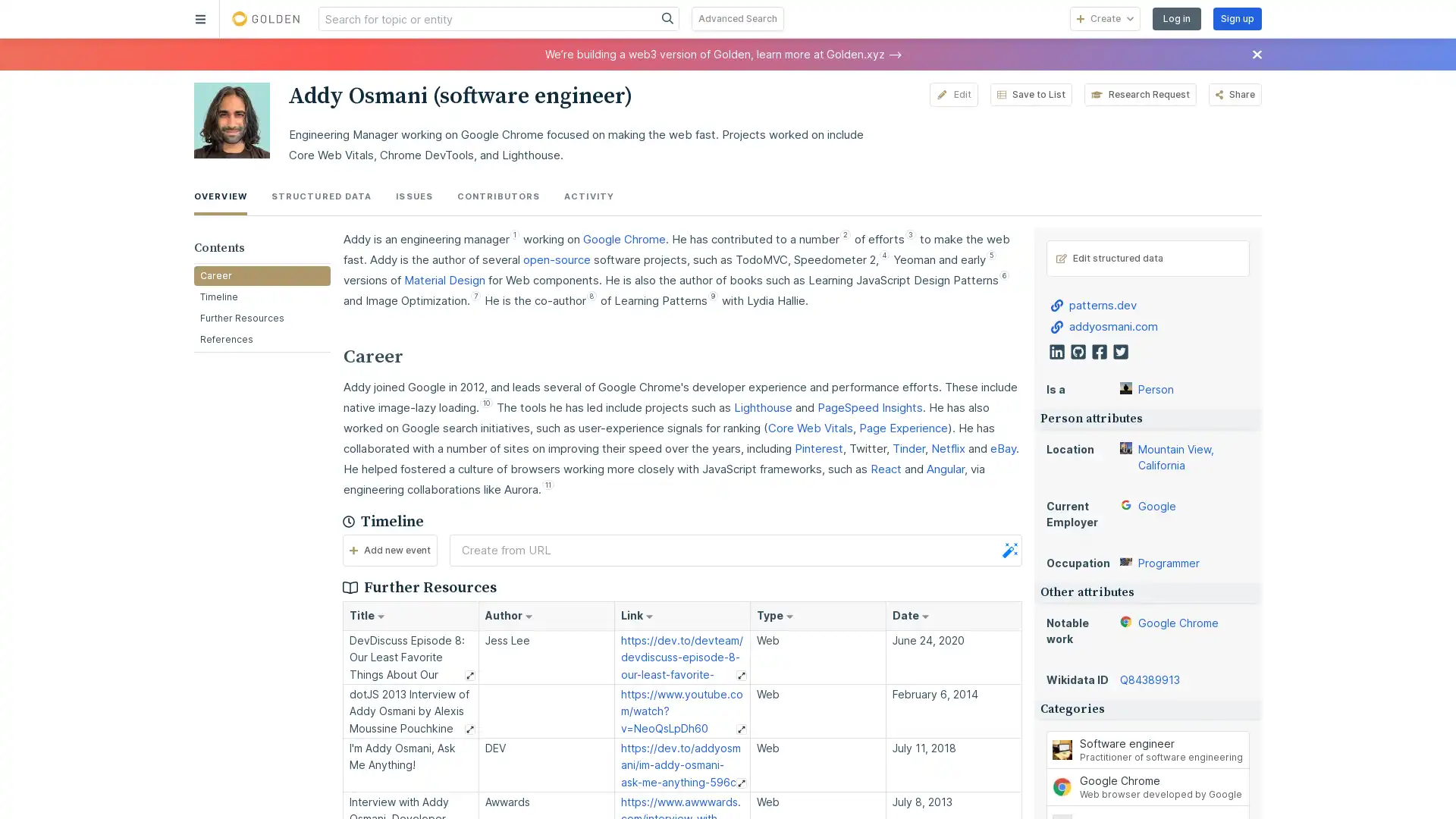 This screenshot has height=819, width=1456. What do you see at coordinates (389, 550) in the screenshot?
I see `Add new event` at bounding box center [389, 550].